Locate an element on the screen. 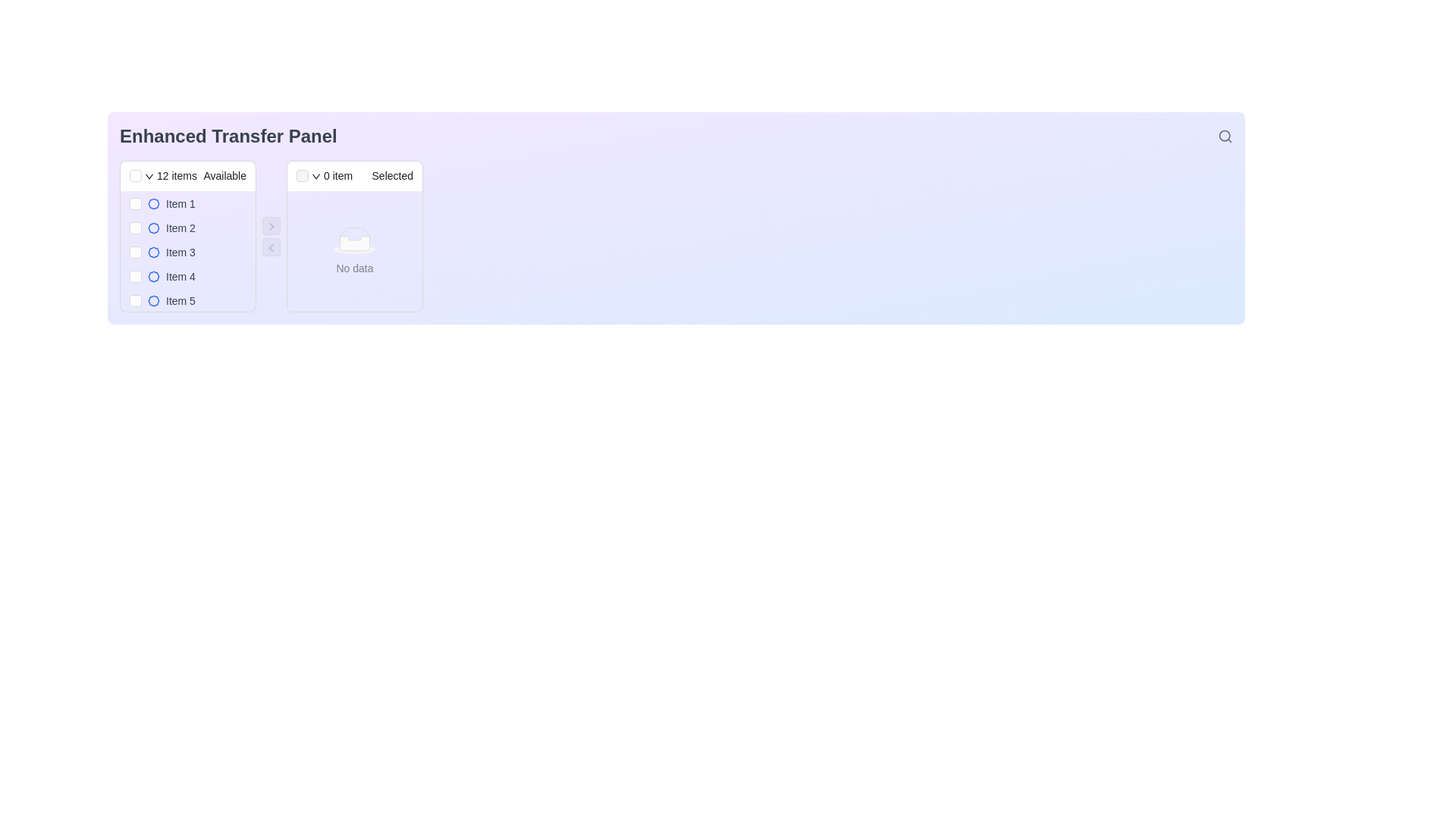  the fifth item in the 'Available' section of the transfer panel to enable keyboard interaction is located at coordinates (187, 301).